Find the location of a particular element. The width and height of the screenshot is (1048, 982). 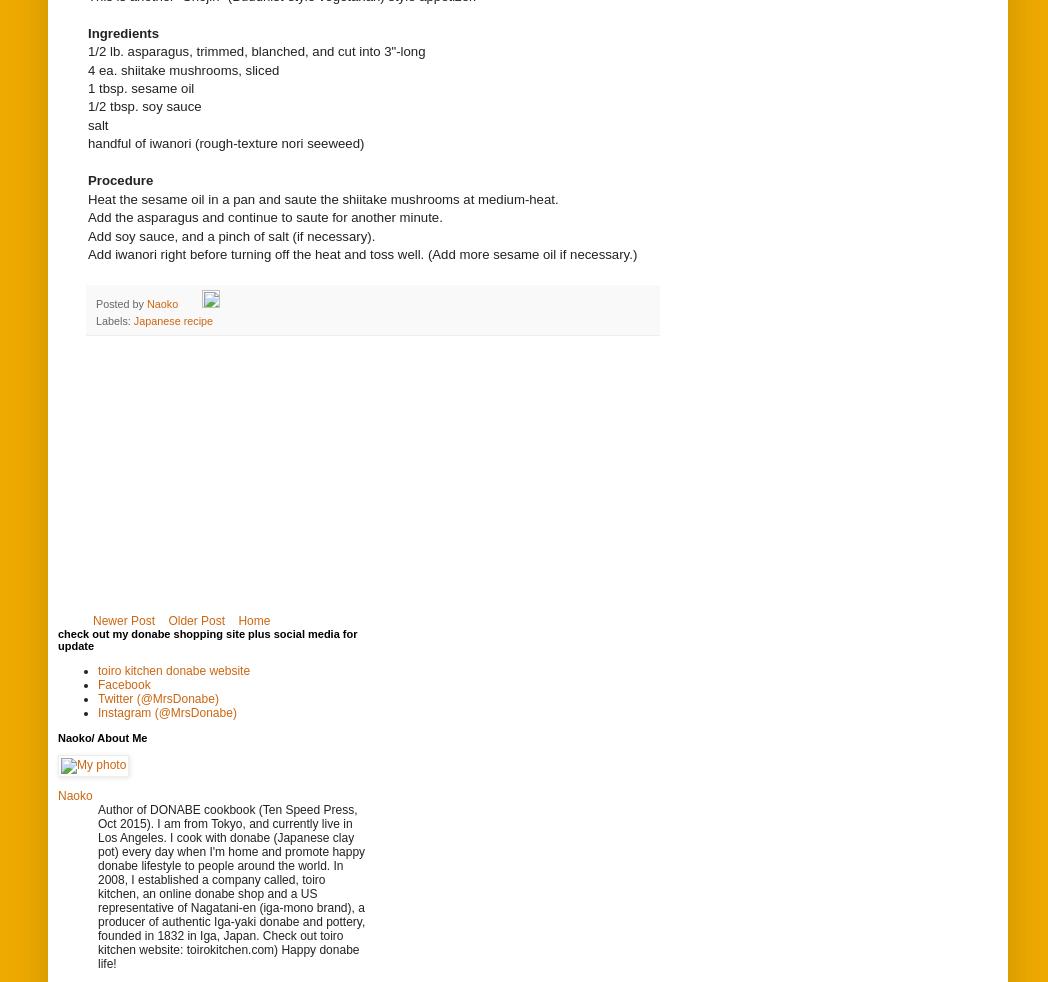

'1 tbsp. sesame oil' is located at coordinates (140, 86).